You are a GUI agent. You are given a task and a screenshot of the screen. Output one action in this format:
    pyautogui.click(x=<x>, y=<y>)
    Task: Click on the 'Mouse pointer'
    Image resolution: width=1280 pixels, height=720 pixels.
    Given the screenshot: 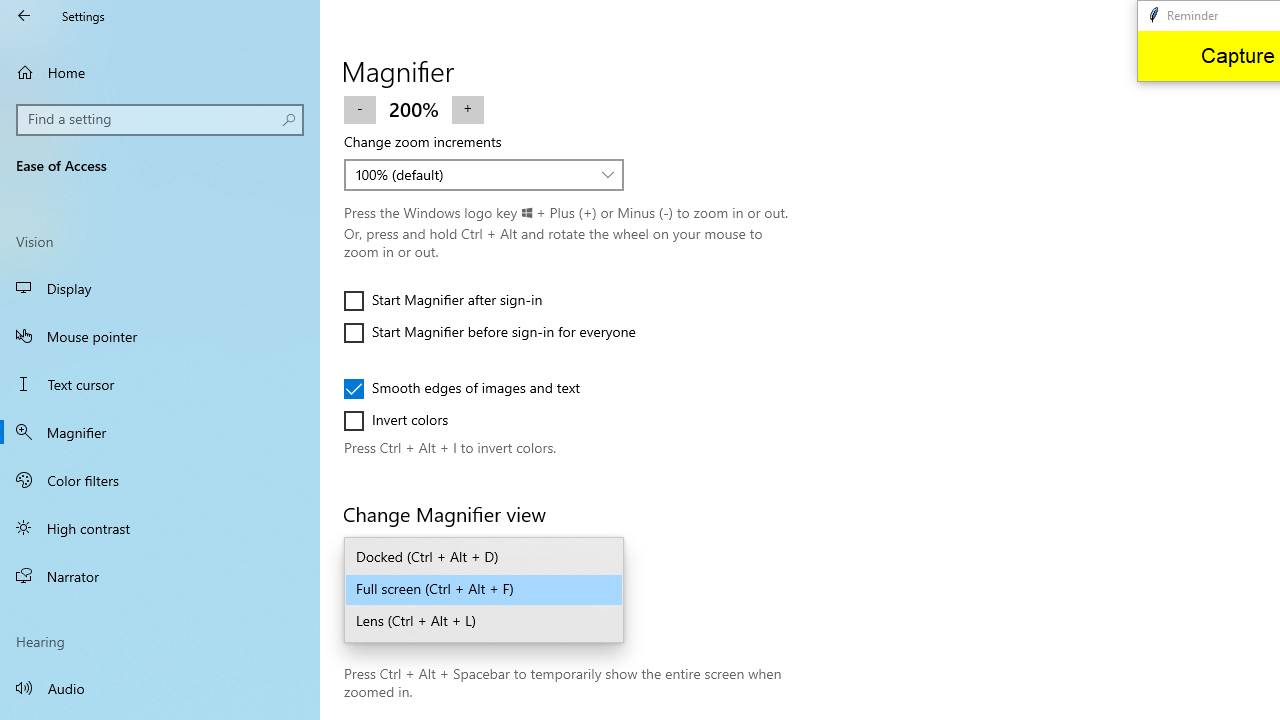 What is the action you would take?
    pyautogui.click(x=160, y=334)
    